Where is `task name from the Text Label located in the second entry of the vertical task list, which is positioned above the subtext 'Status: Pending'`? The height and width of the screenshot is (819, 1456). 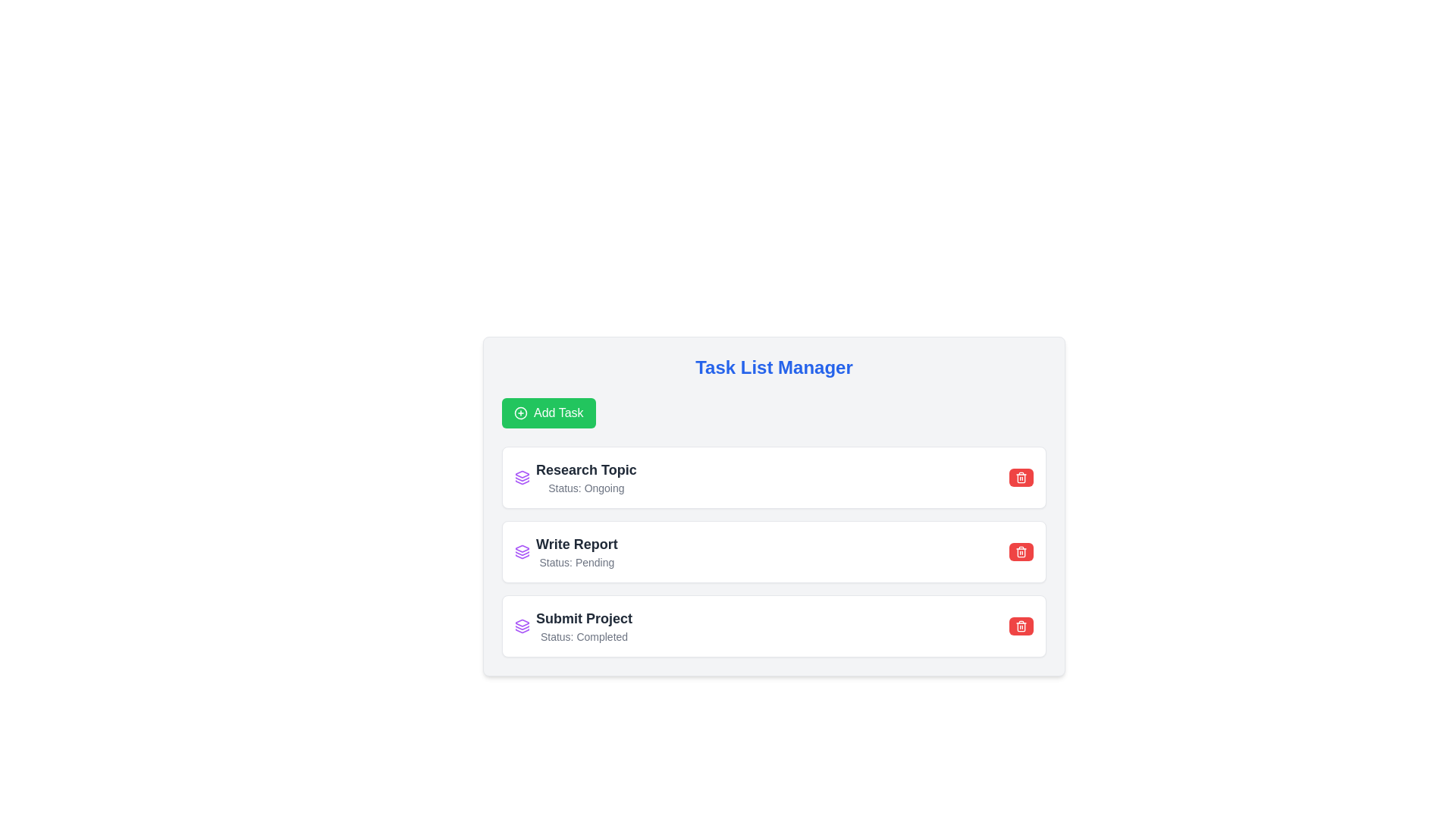
task name from the Text Label located in the second entry of the vertical task list, which is positioned above the subtext 'Status: Pending' is located at coordinates (576, 543).